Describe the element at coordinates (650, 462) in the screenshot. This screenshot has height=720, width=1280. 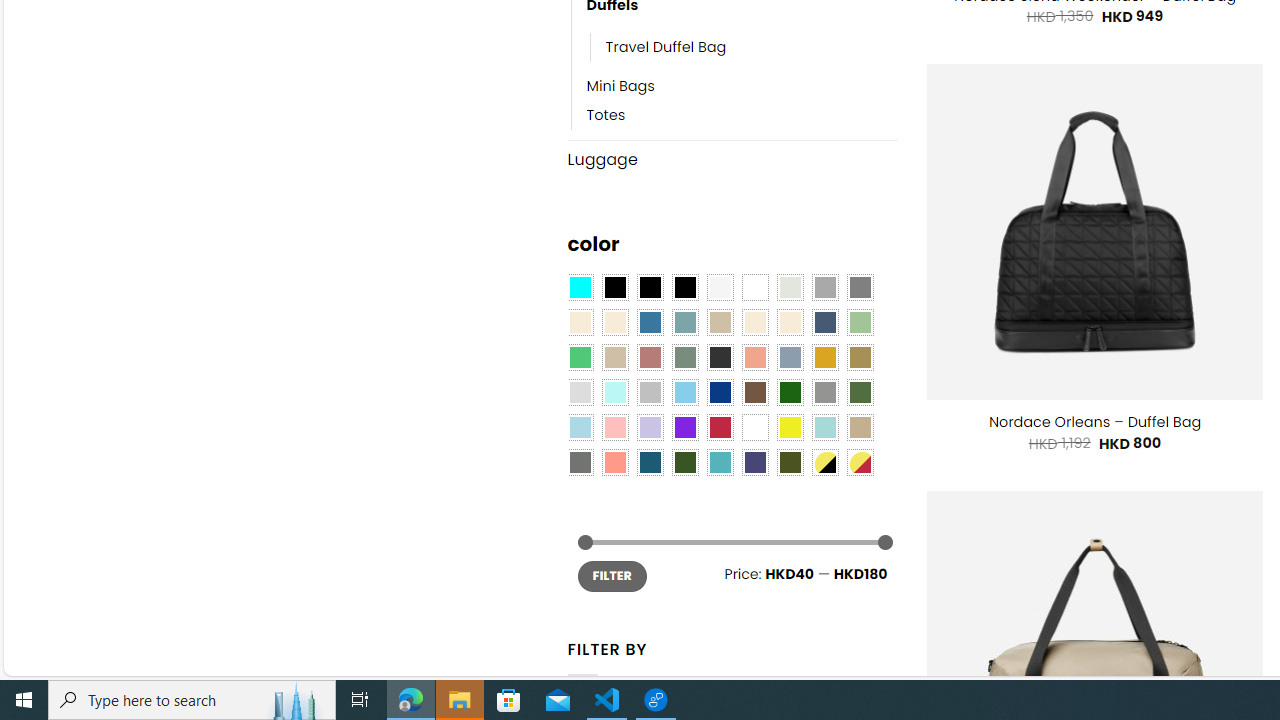
I see `'Capri Blue'` at that location.